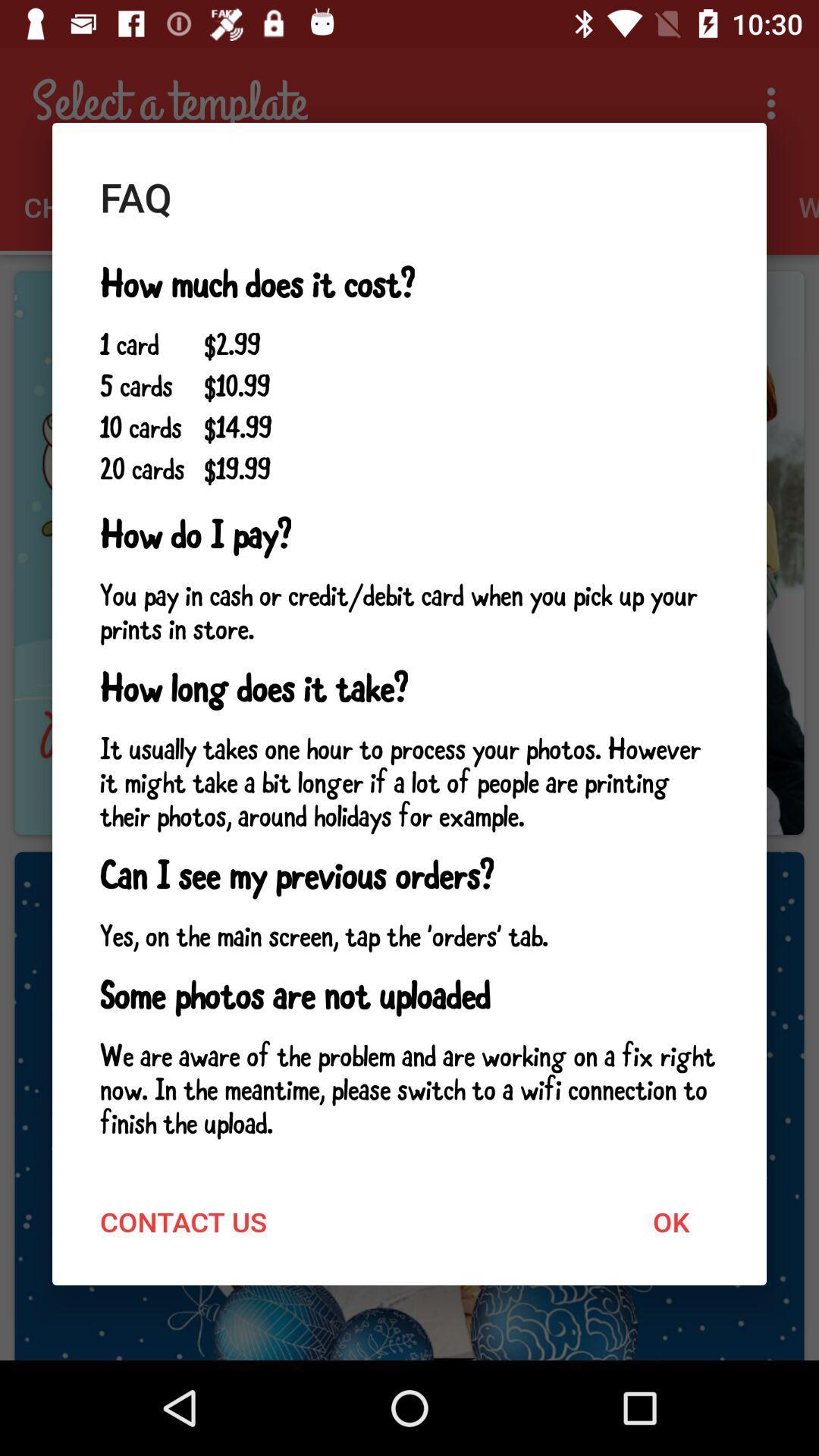 This screenshot has width=819, height=1456. I want to click on contact us, so click(183, 1222).